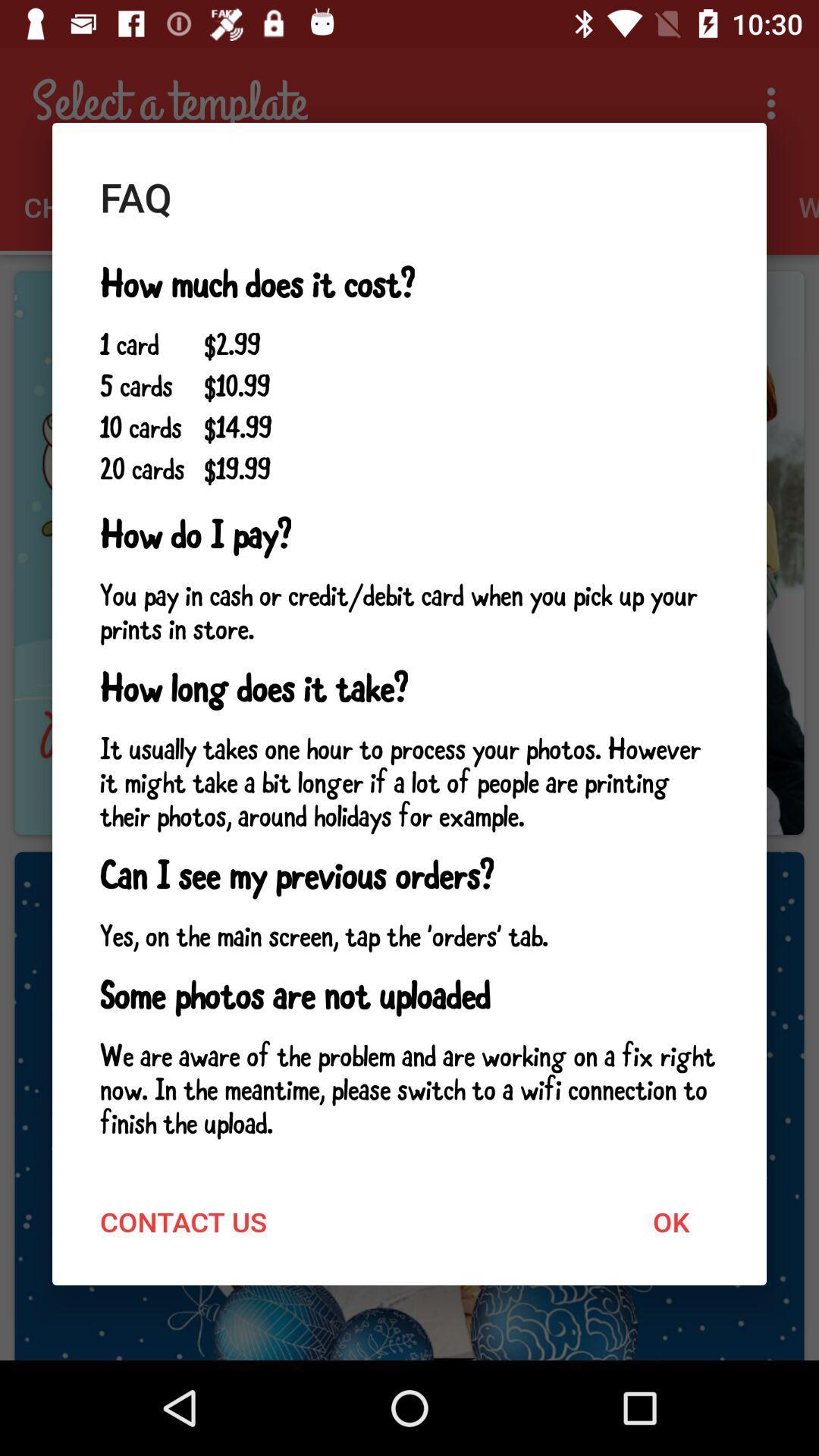 This screenshot has width=819, height=1456. I want to click on contact us, so click(183, 1222).